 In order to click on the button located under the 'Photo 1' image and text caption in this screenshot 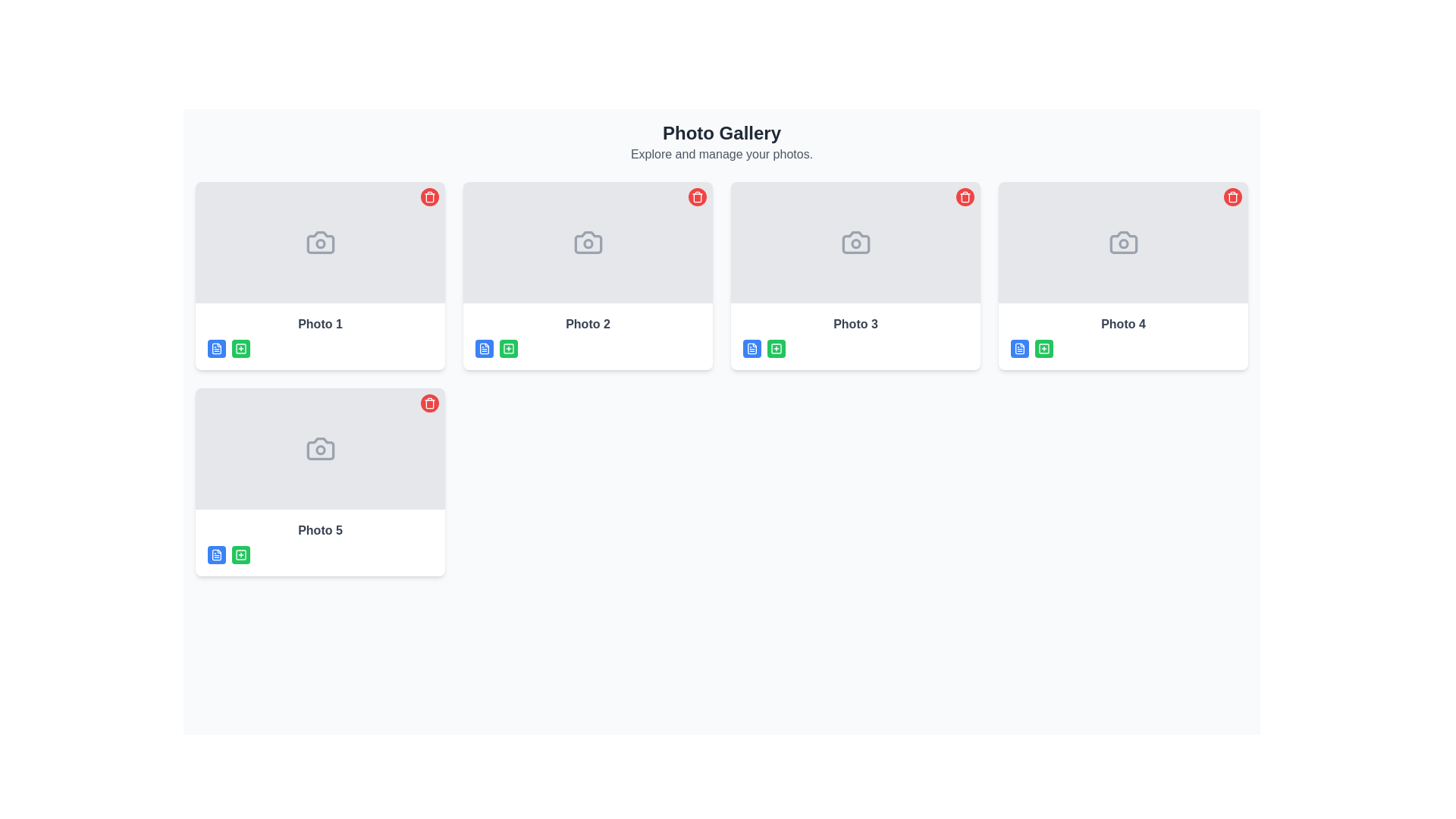, I will do `click(216, 348)`.